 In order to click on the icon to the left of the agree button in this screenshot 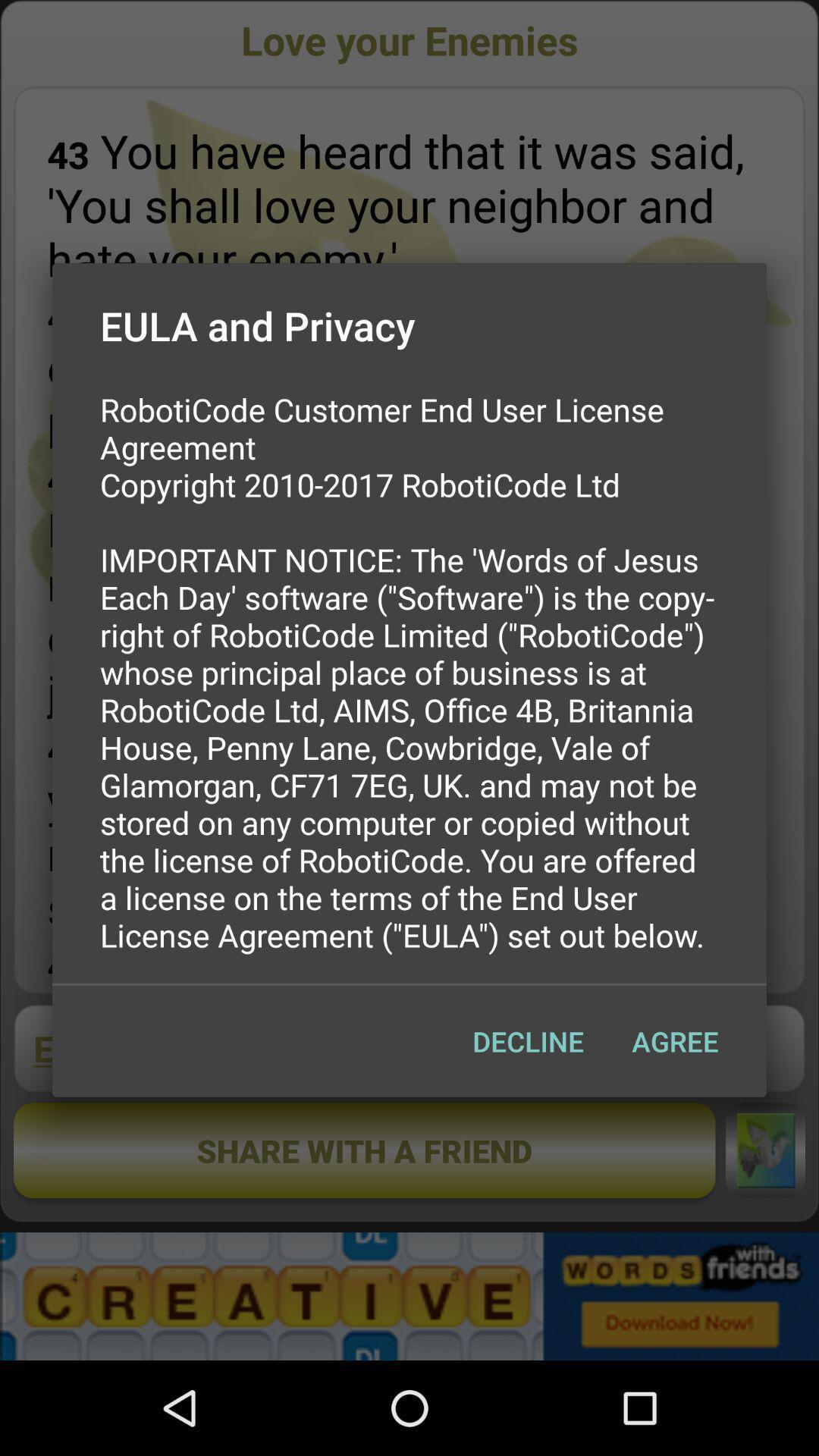, I will do `click(527, 1040)`.